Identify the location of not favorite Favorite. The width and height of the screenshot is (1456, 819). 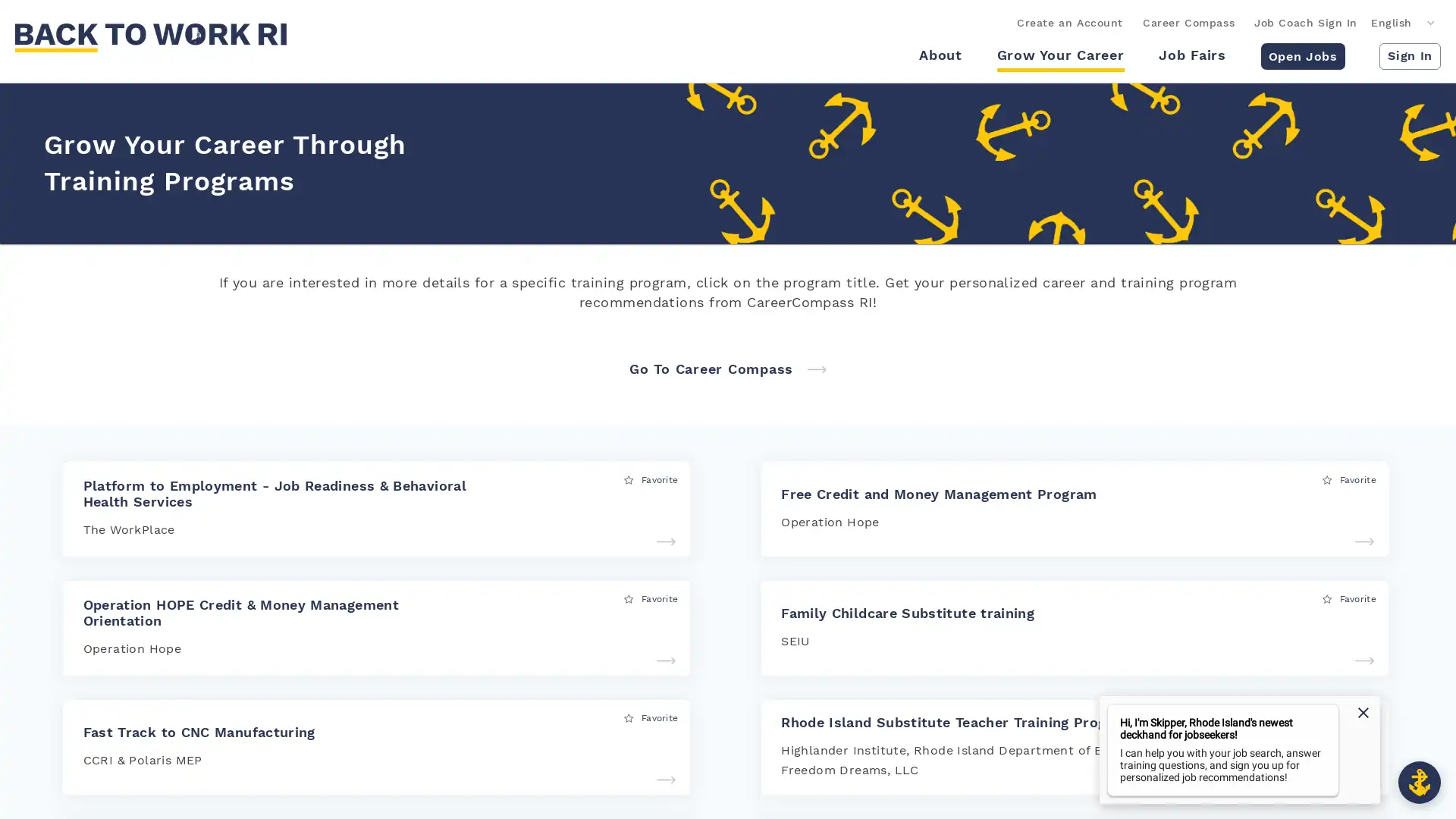
(651, 717).